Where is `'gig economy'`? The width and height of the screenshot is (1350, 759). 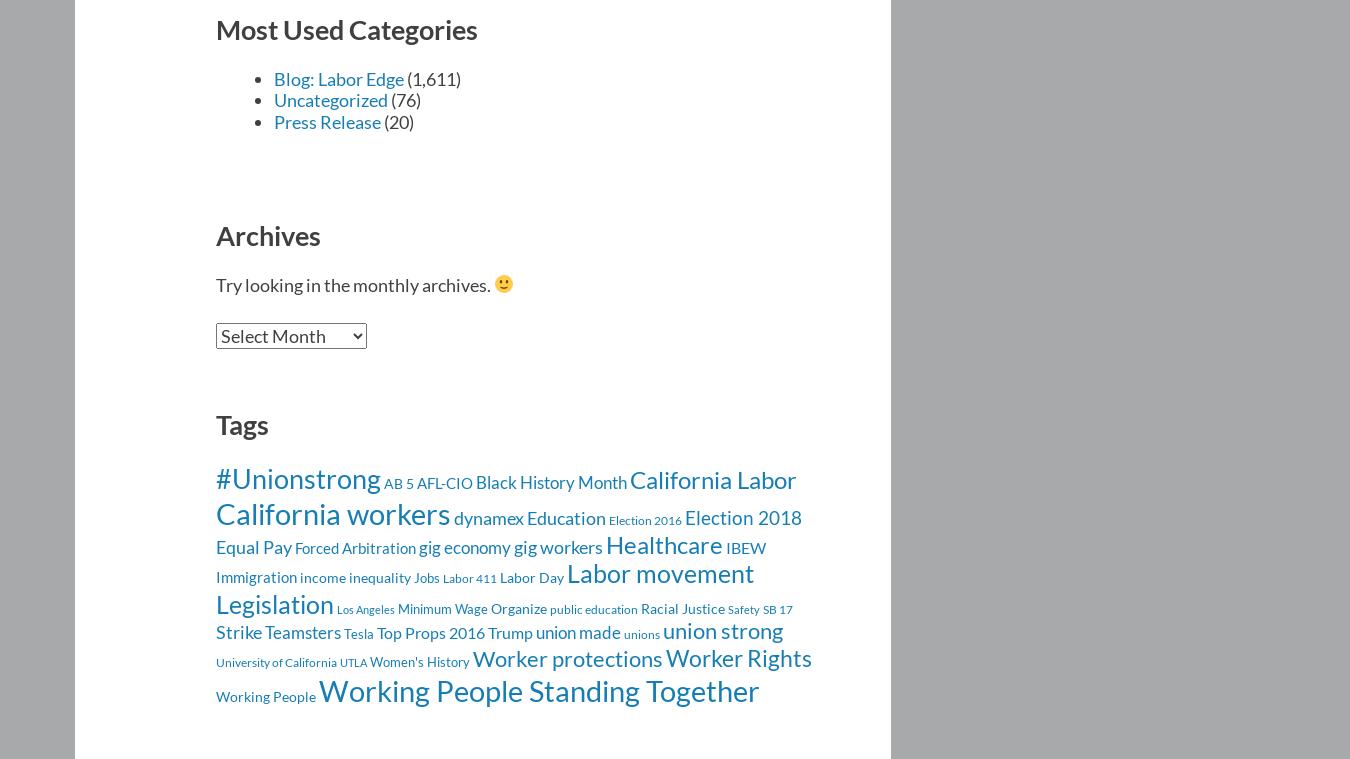
'gig economy' is located at coordinates (419, 545).